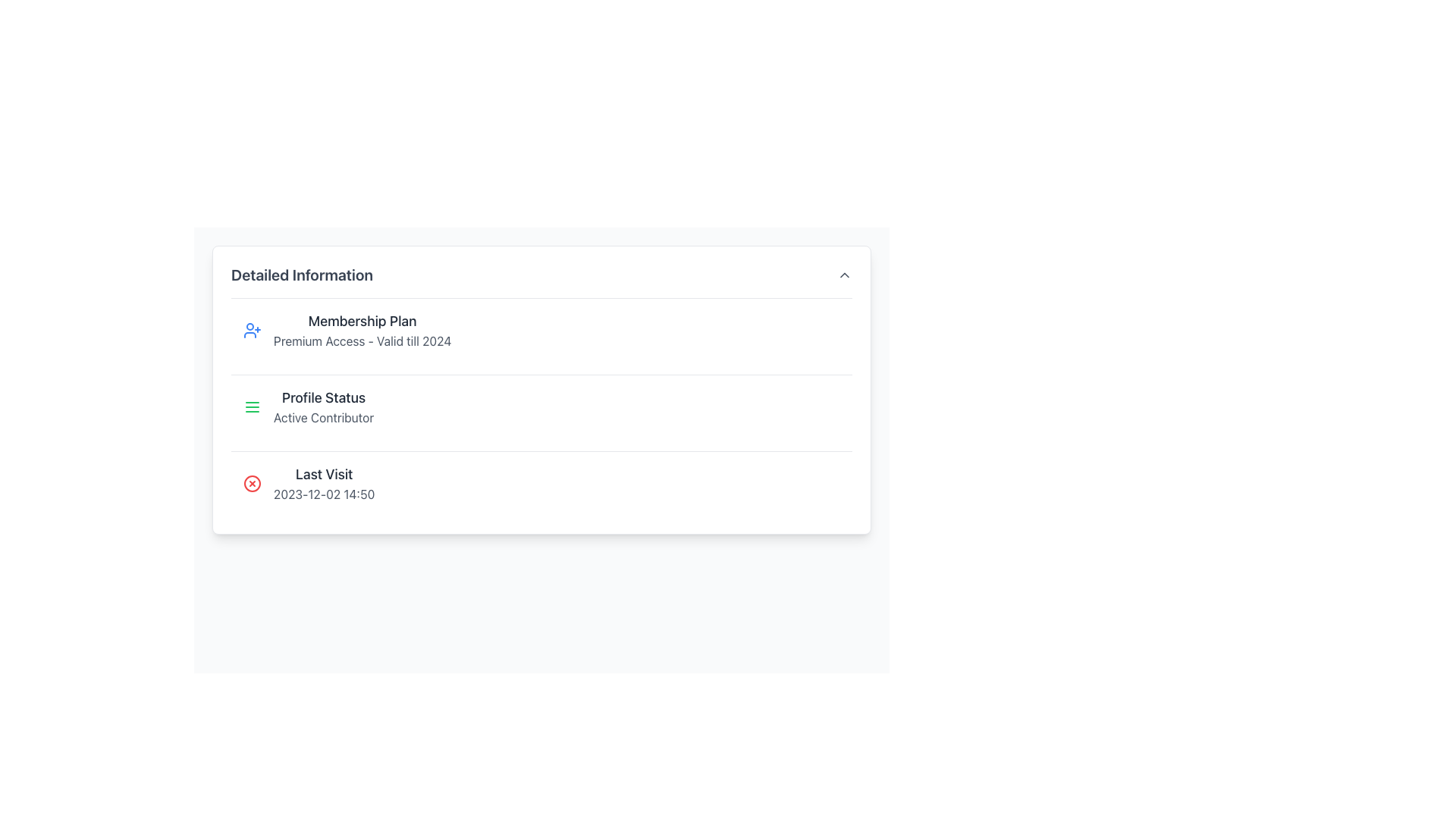 Image resolution: width=1456 pixels, height=819 pixels. Describe the element at coordinates (252, 483) in the screenshot. I see `the SVG circle graphic that visually represents a 'close' or 'cancel' function, located at the bottom-left corner of the card section labeled 'Last Visit'` at that location.